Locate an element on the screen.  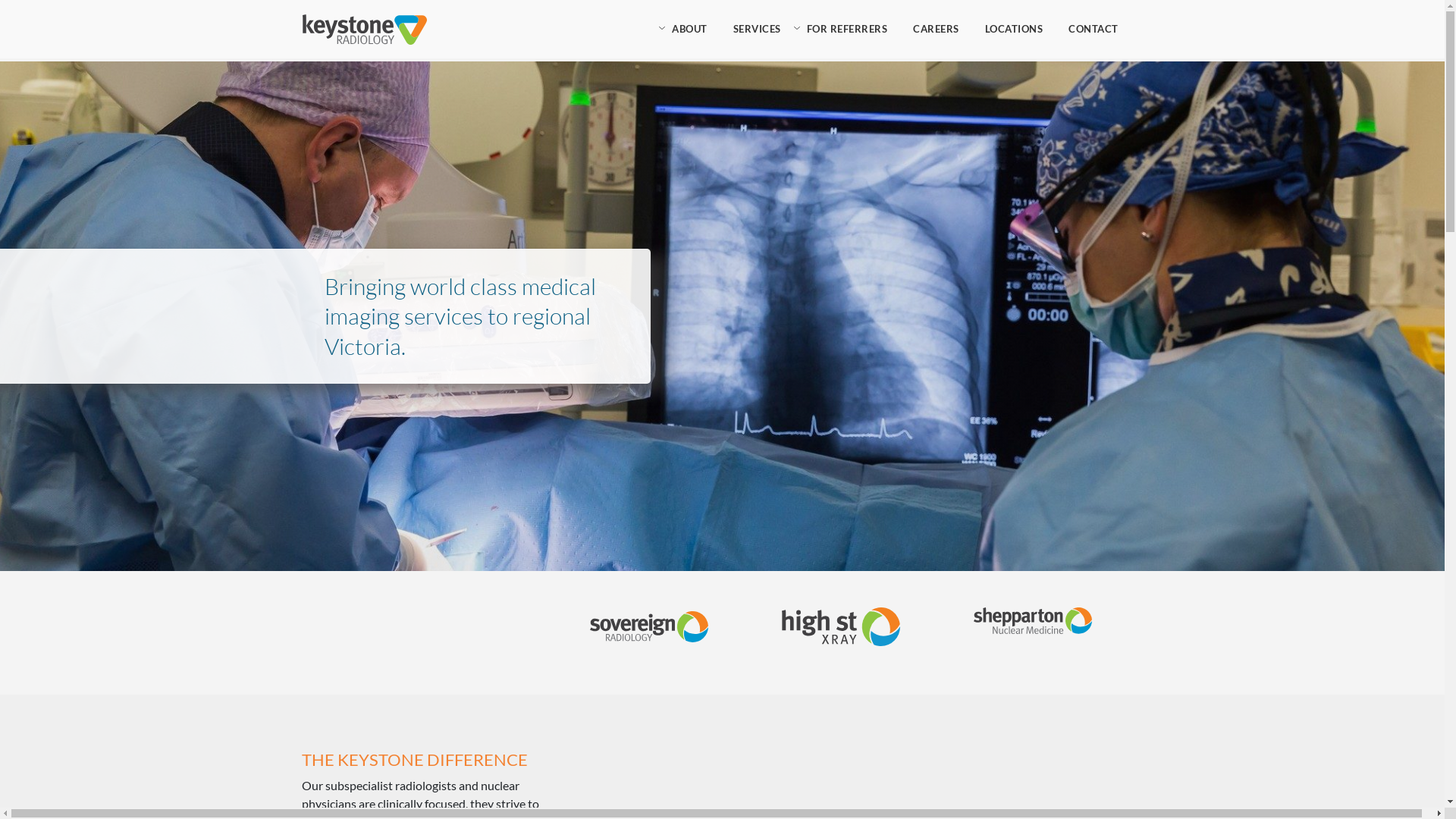
'CAREERS' is located at coordinates (935, 29).